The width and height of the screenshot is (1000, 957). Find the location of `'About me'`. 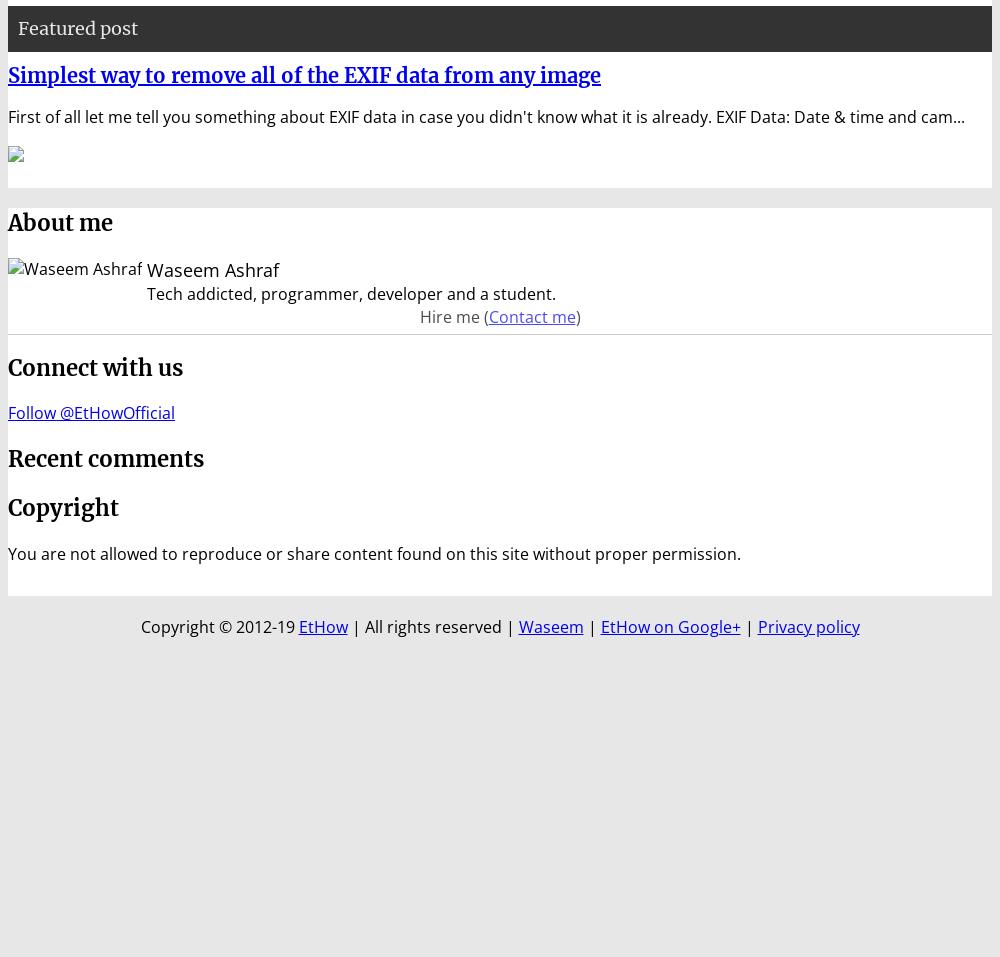

'About me' is located at coordinates (60, 221).